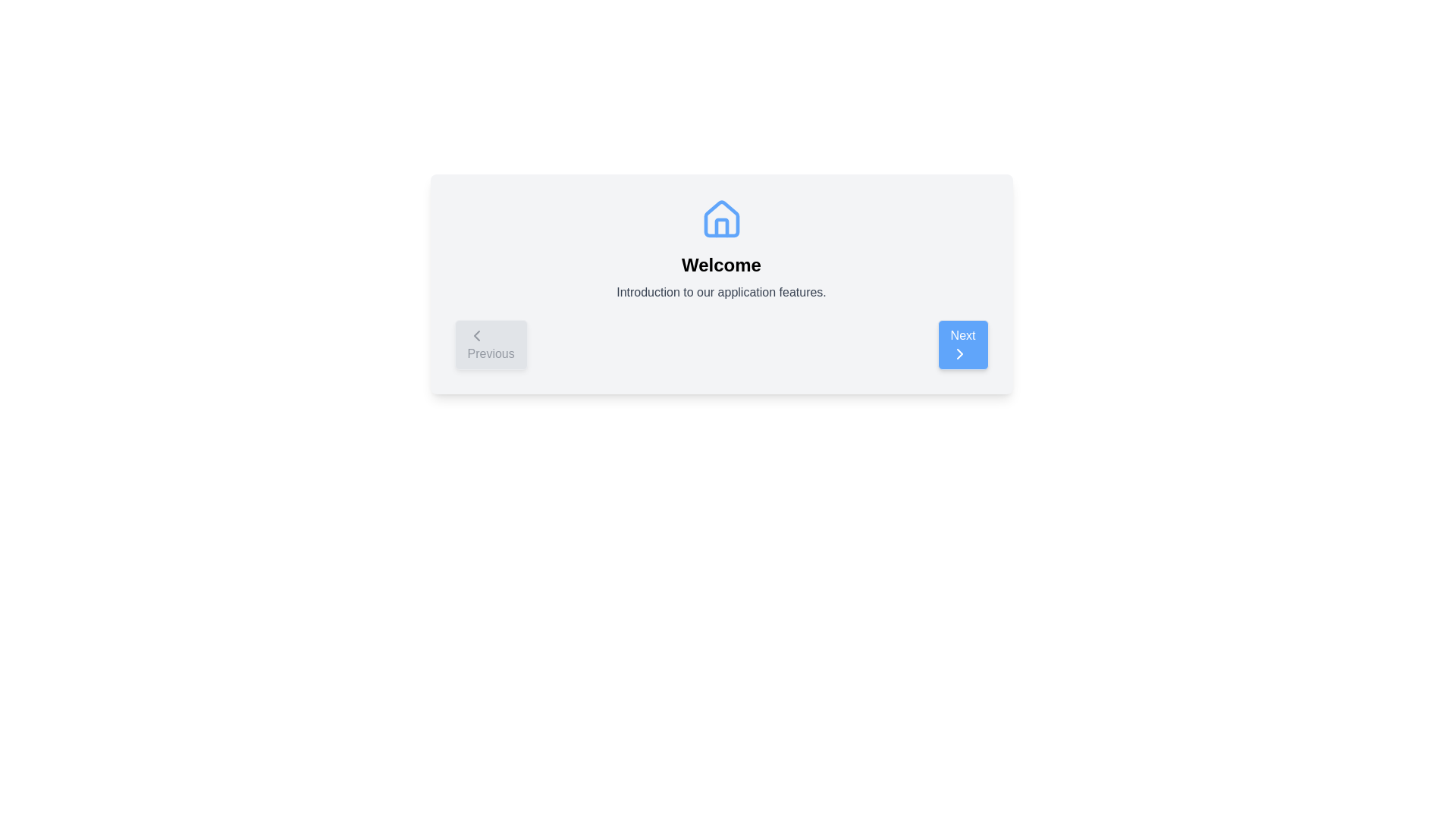 Image resolution: width=1456 pixels, height=819 pixels. I want to click on the decorative Icon component that is part of the house illustration, positioned directly below the triangular roof of the house icon, so click(720, 218).